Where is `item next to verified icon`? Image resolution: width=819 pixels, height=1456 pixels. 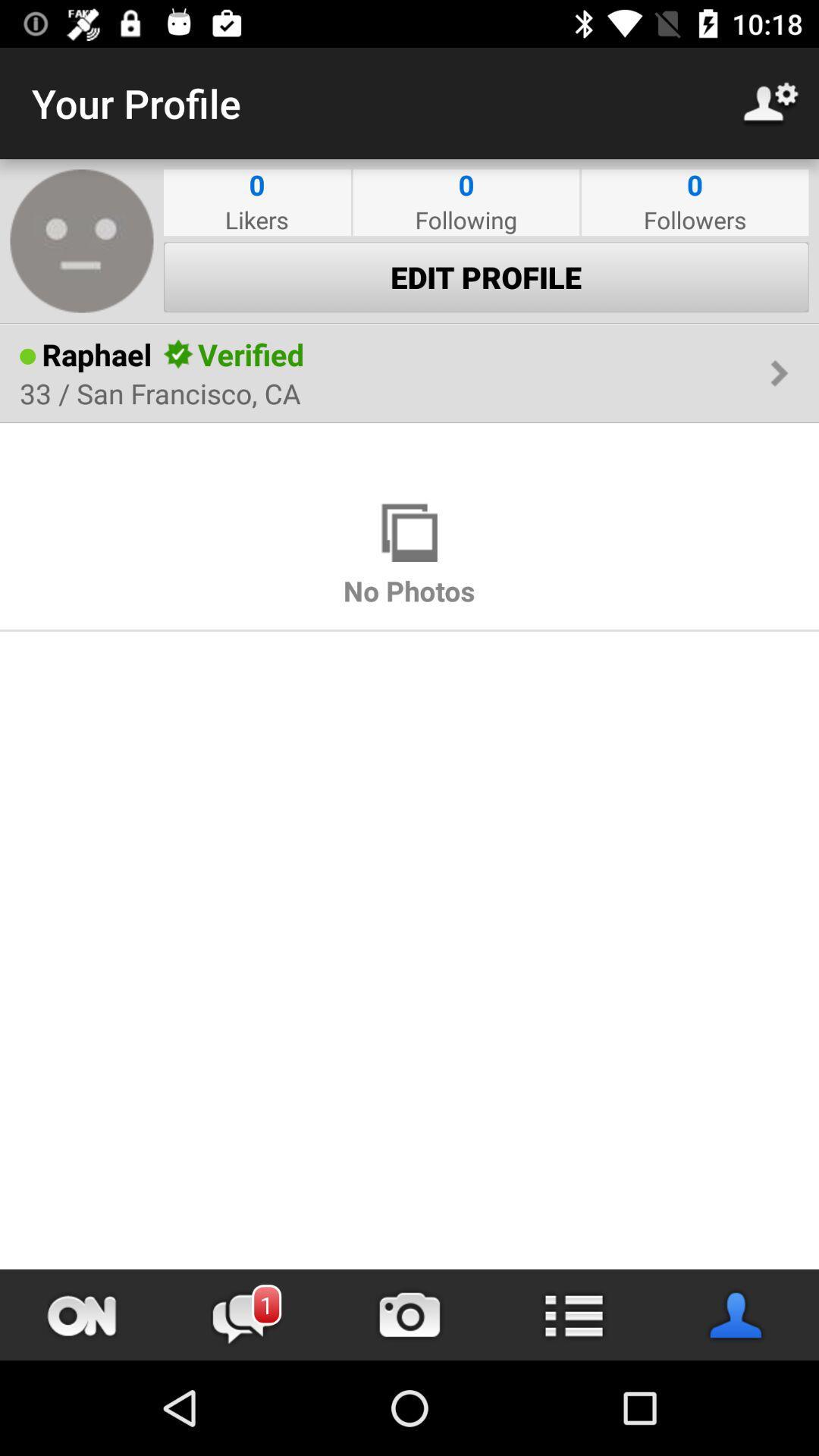 item next to verified icon is located at coordinates (177, 353).